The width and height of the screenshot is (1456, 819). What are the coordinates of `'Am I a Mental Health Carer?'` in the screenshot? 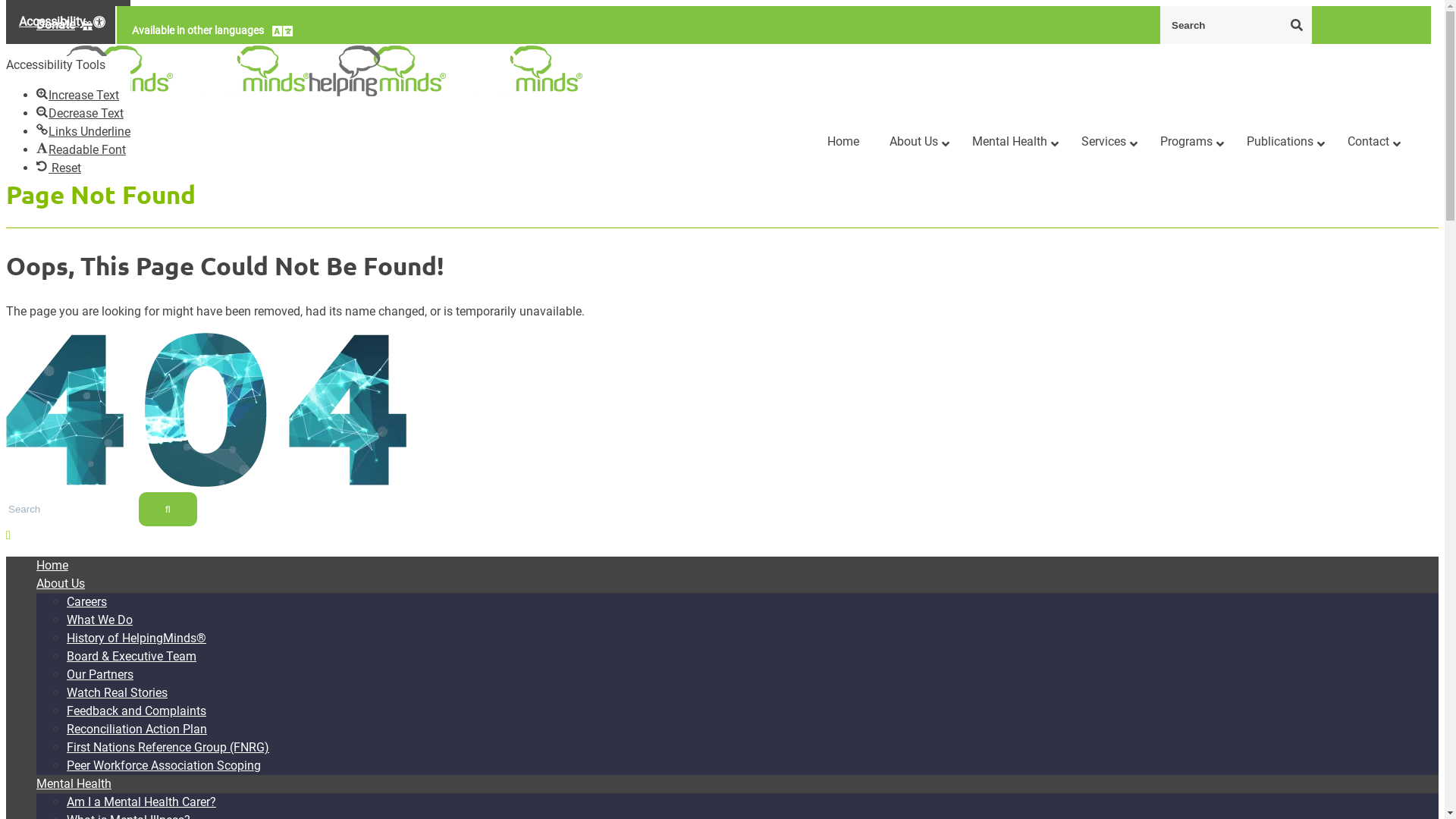 It's located at (141, 801).